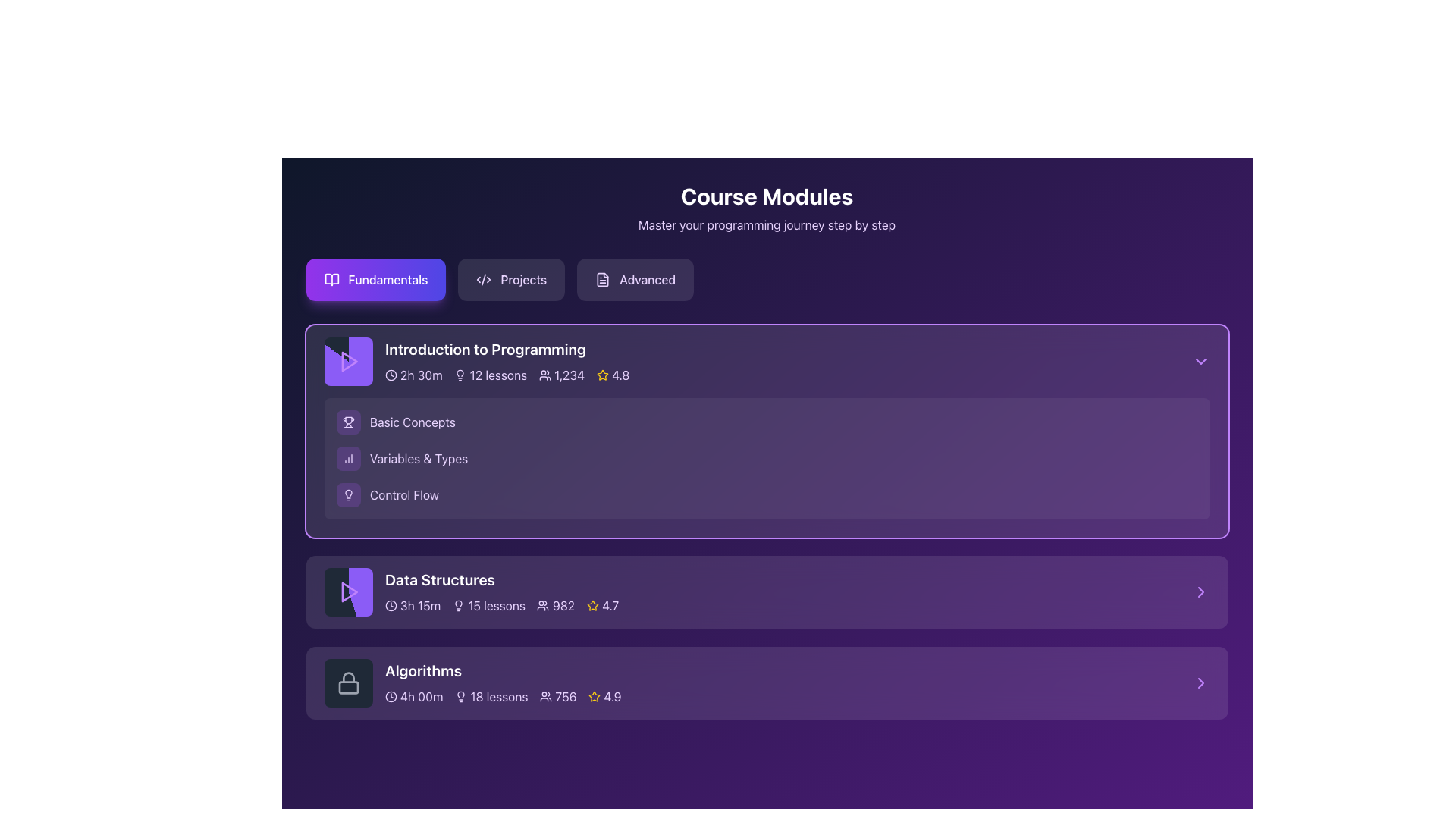 This screenshot has height=819, width=1456. I want to click on the achievement icon button located to the left of the 'Basic Concepts' text in the 'Introduction to Programming' section, so click(347, 422).